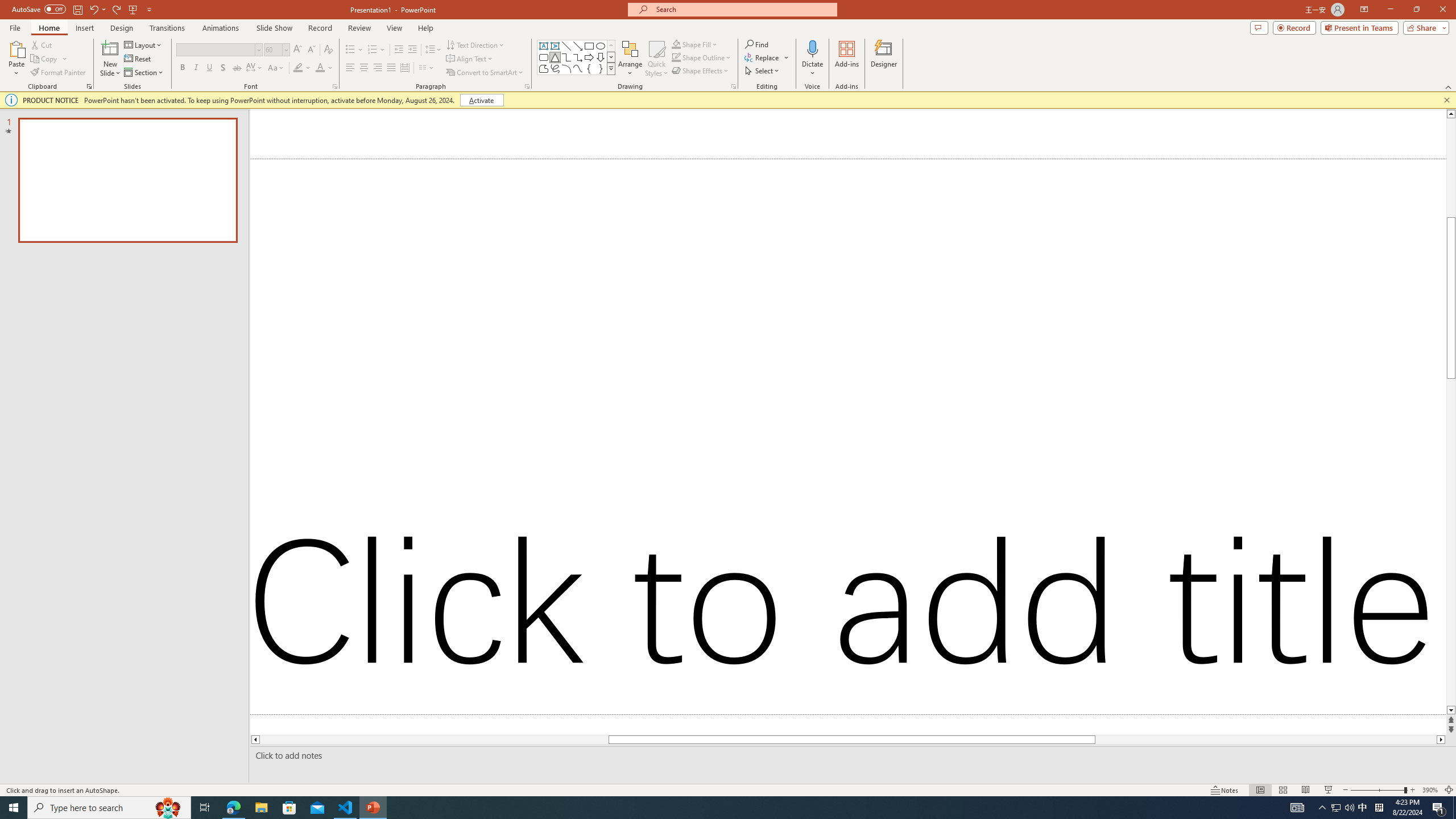  Describe the element at coordinates (610, 68) in the screenshot. I see `'Class: NetUIImage'` at that location.